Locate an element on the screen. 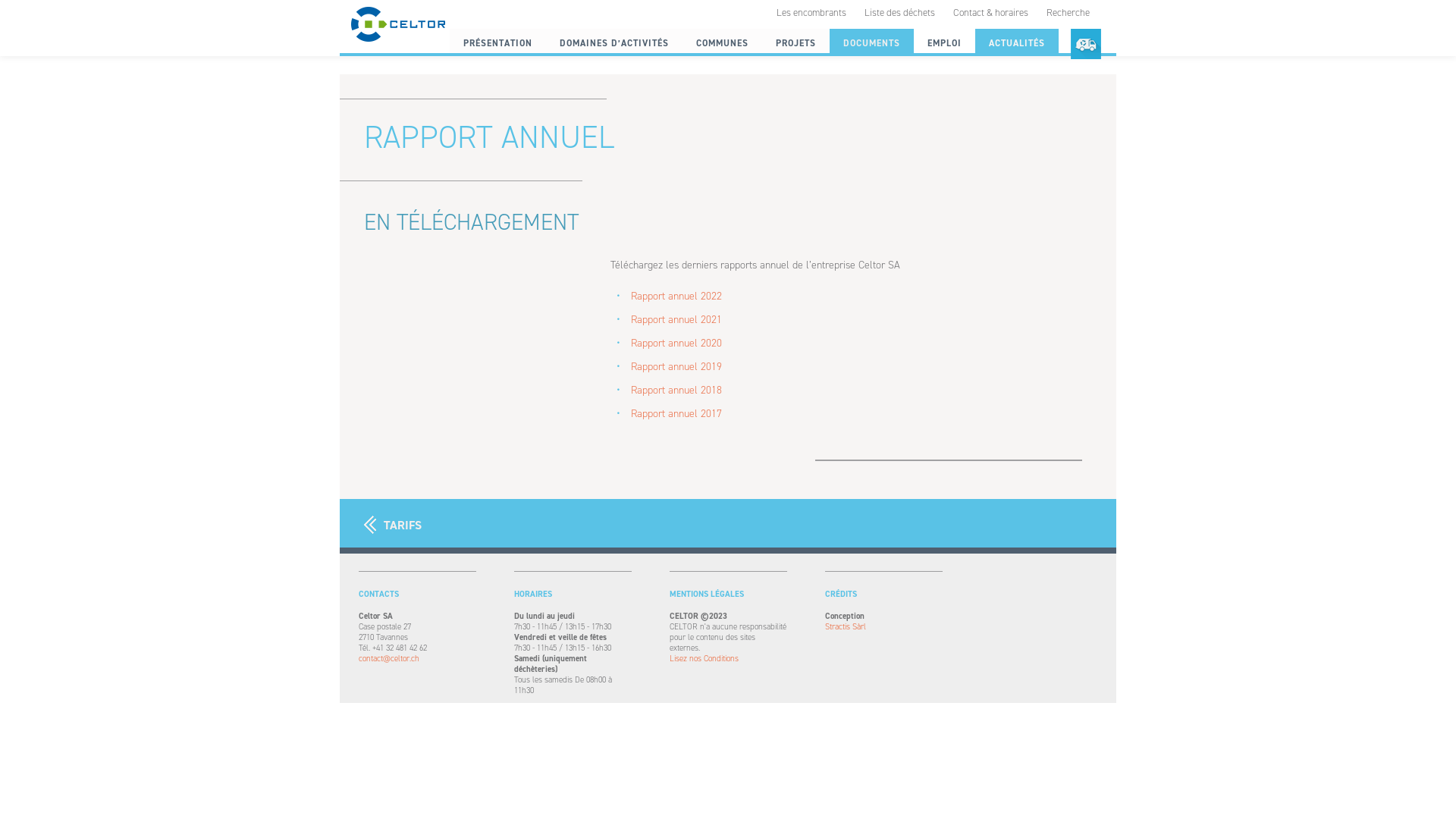  'Rapport annuel 2021' is located at coordinates (630, 318).